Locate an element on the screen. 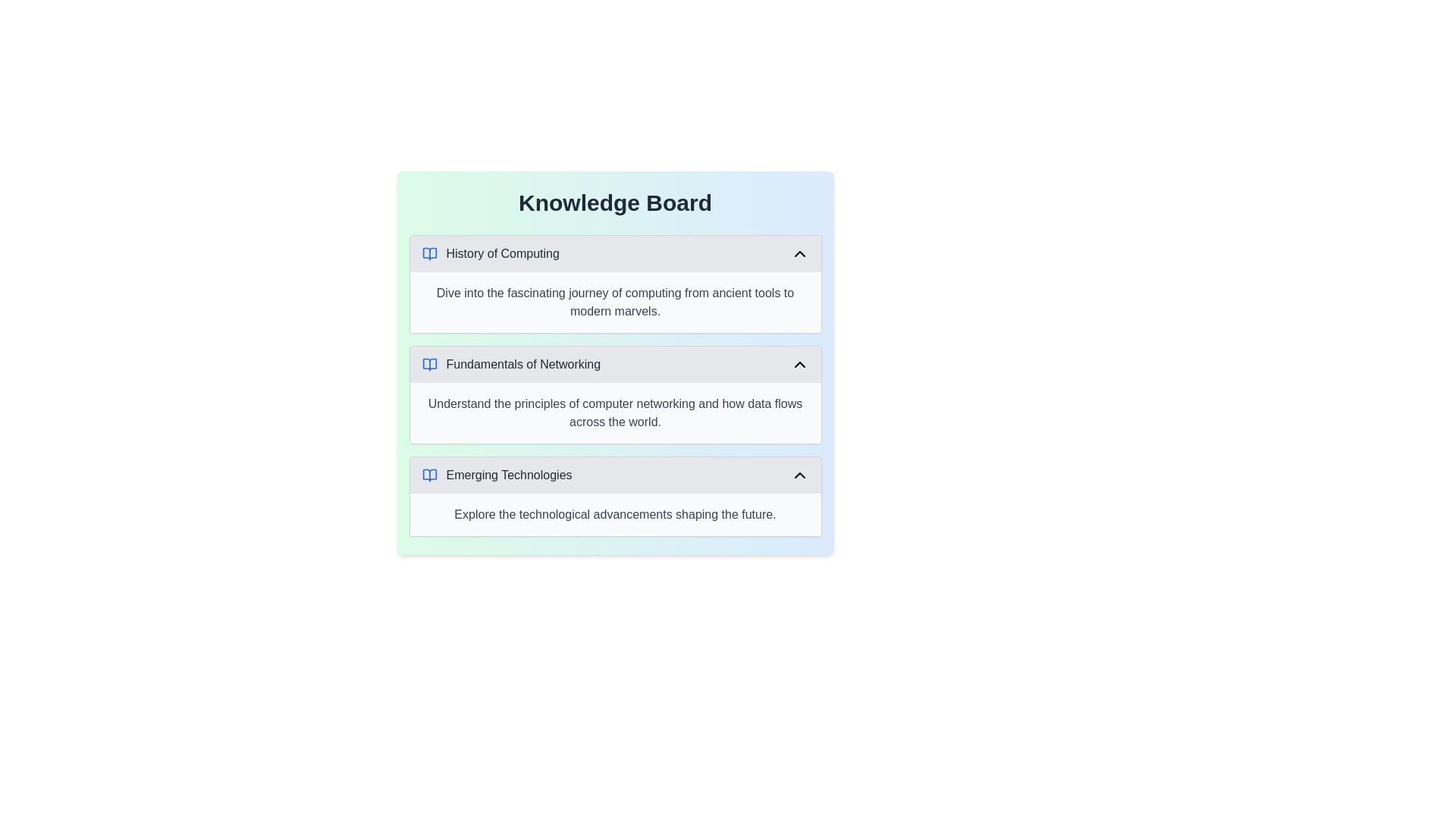 This screenshot has height=819, width=1456. the static text element that describes computer networking, located in the card interface under 'Fundamentals of Networking', positioned between the 'History of Computing' and 'Emerging Technologies' sections is located at coordinates (615, 413).